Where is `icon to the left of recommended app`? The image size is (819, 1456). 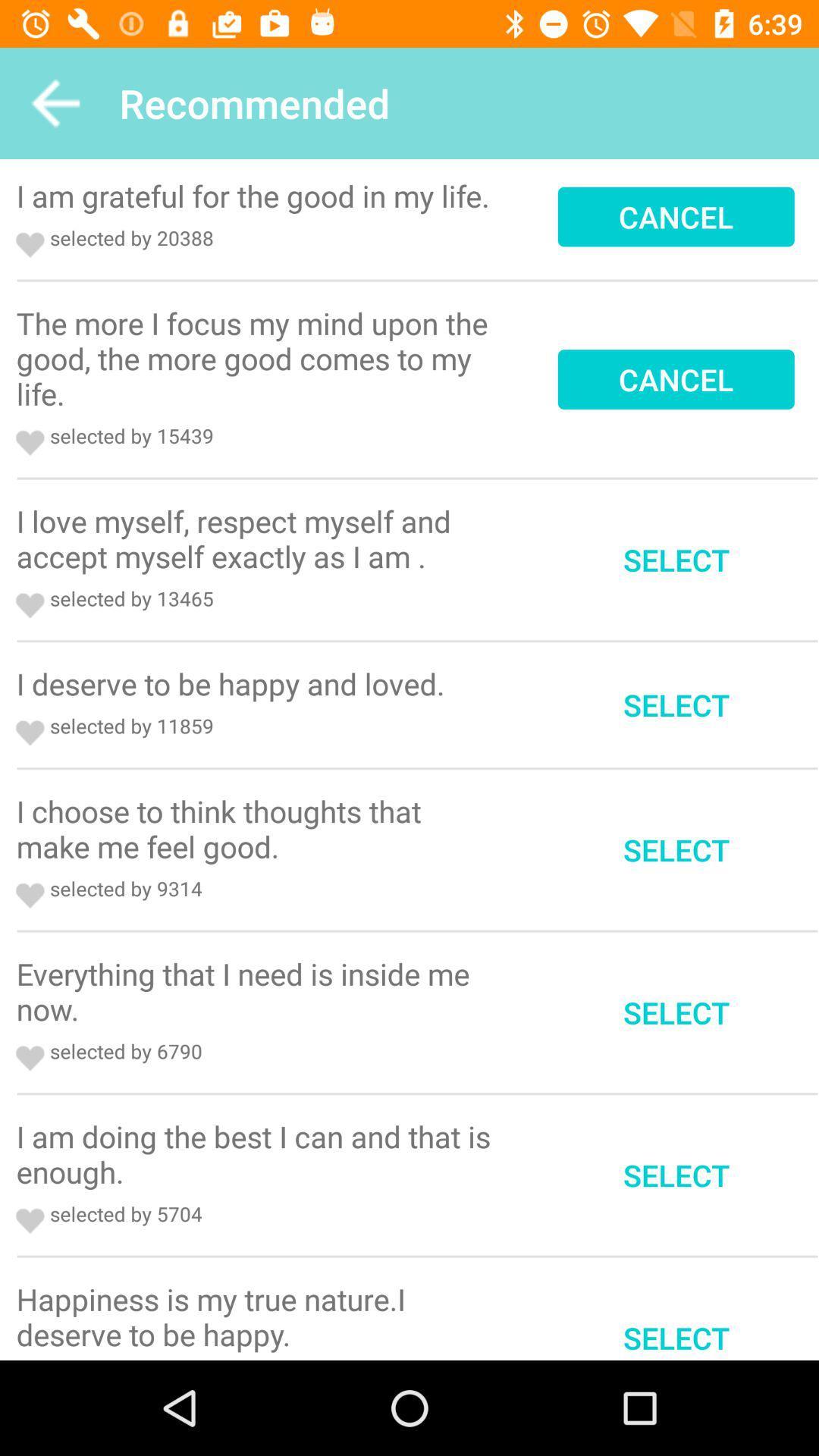 icon to the left of recommended app is located at coordinates (55, 102).